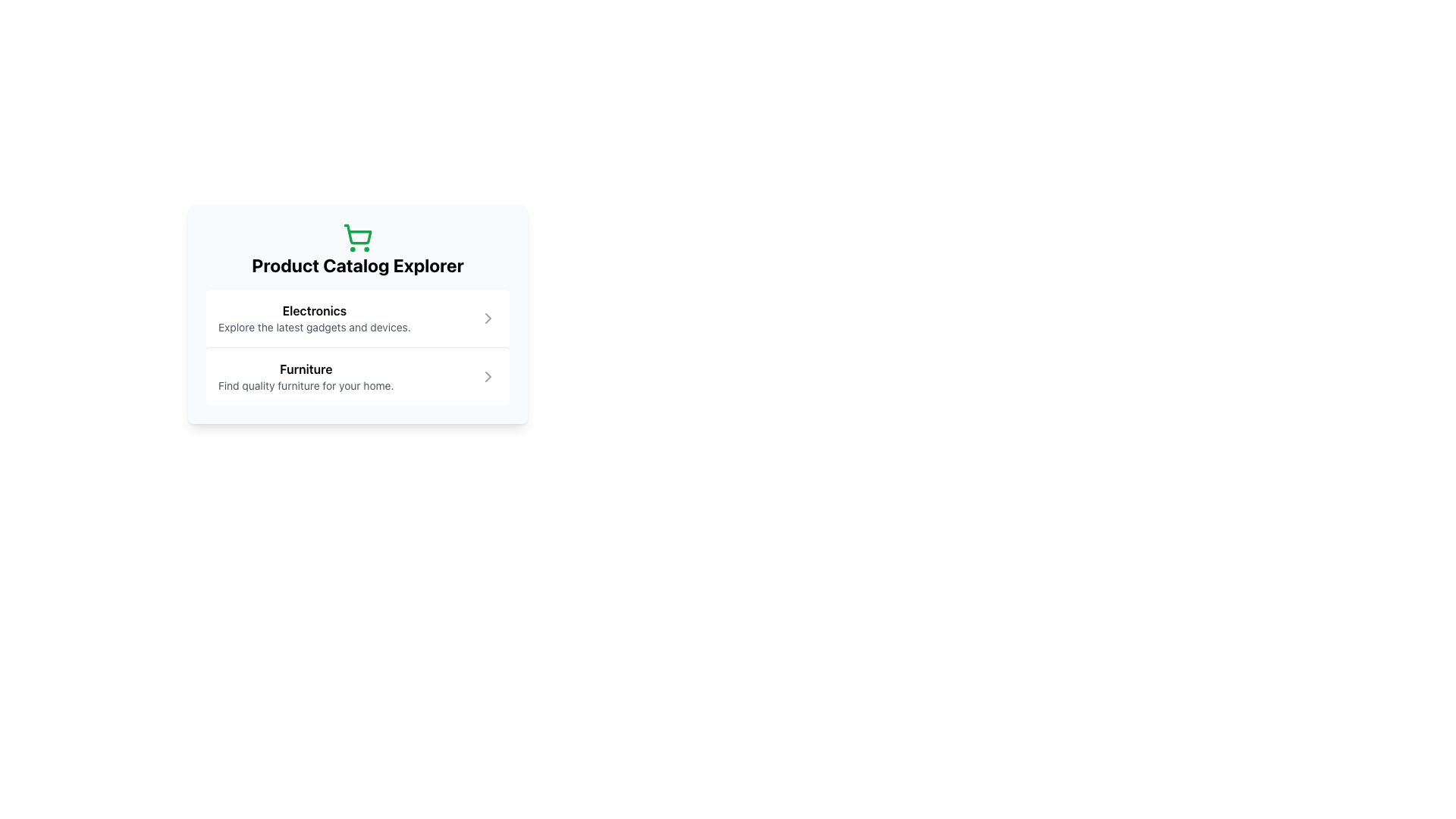 This screenshot has height=819, width=1456. What do you see at coordinates (356, 347) in the screenshot?
I see `the central Divider element that separates the 'Electronics' and 'Furniture' product categories in the Product Catalog Explorer interface` at bounding box center [356, 347].